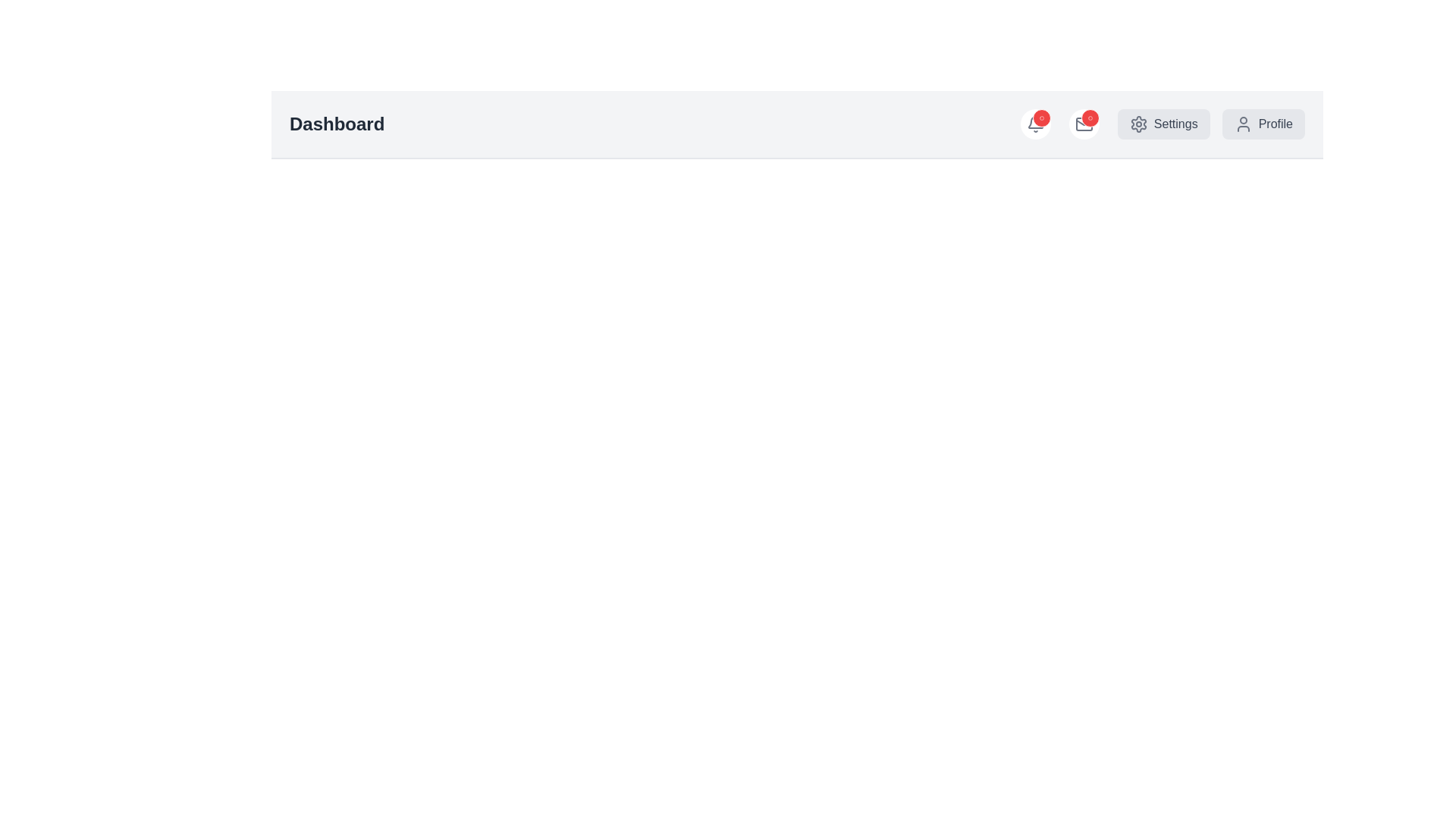 Image resolution: width=1456 pixels, height=819 pixels. What do you see at coordinates (1138, 124) in the screenshot?
I see `the cogwheel icon button located in the top-right portion of the interface, to the left of the 'Profile' button` at bounding box center [1138, 124].